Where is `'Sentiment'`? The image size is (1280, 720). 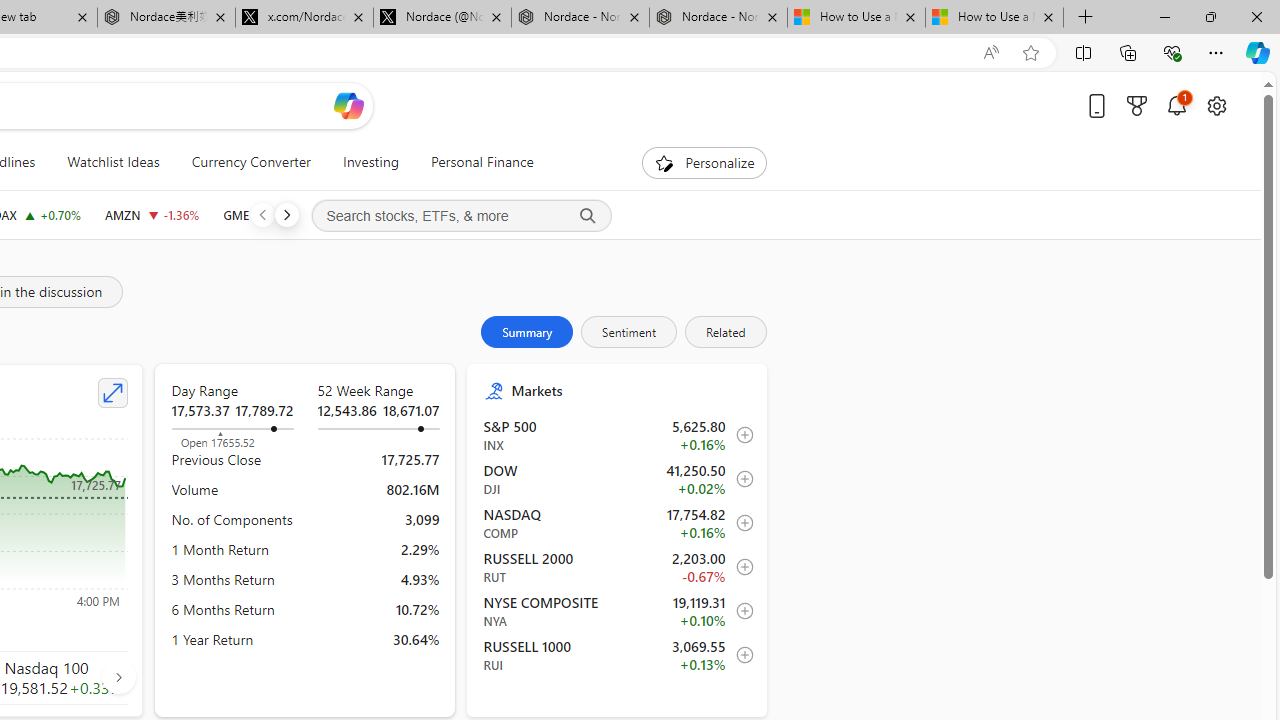 'Sentiment' is located at coordinates (628, 330).